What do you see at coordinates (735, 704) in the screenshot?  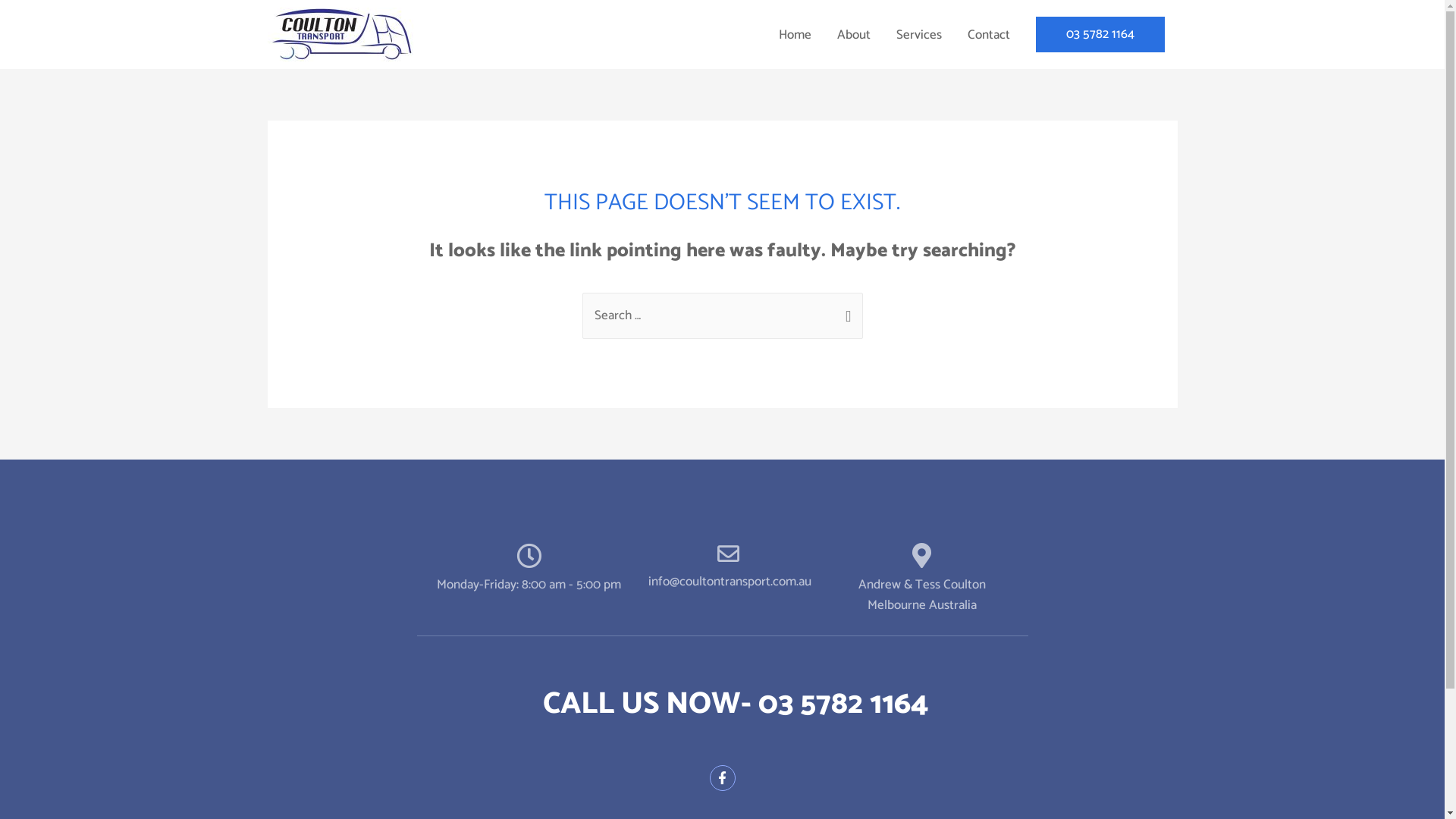 I see `'CALL US NOW- 03 5782 1164'` at bounding box center [735, 704].